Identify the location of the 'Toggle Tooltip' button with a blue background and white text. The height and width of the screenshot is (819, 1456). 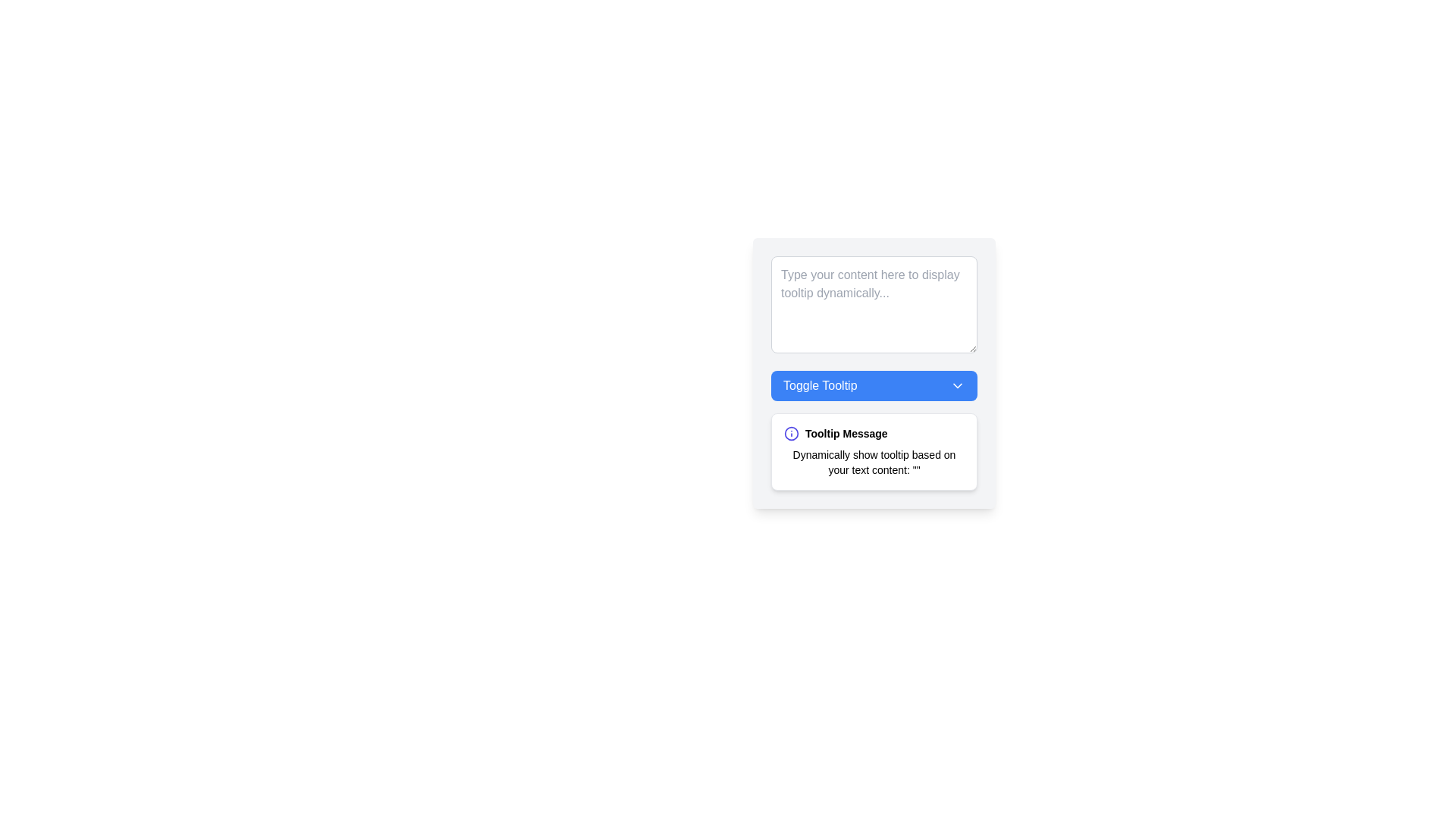
(874, 385).